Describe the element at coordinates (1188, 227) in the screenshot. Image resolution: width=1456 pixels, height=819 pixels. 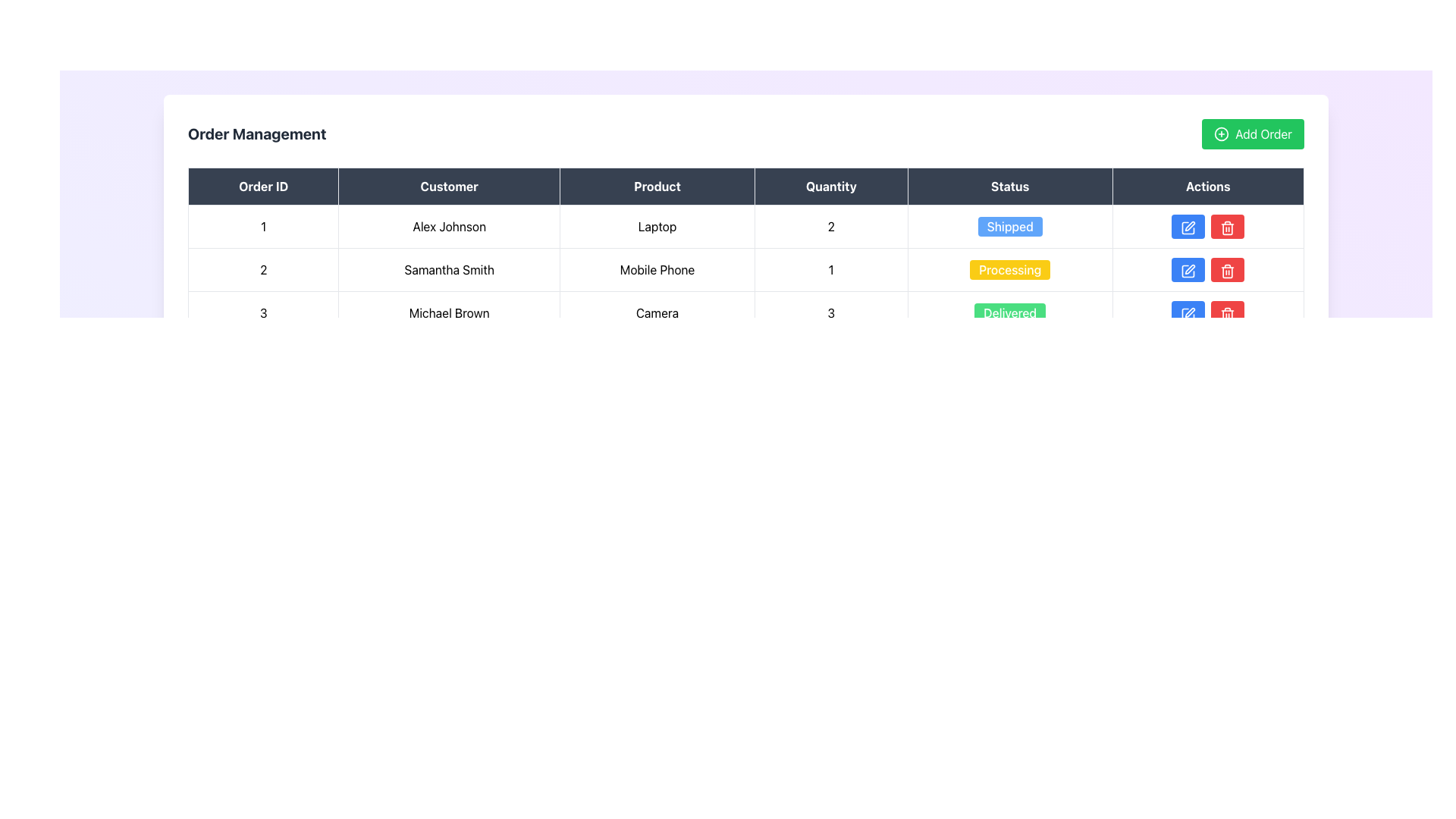
I see `the edit icon button located in the 'Actions' column of the first table row` at that location.